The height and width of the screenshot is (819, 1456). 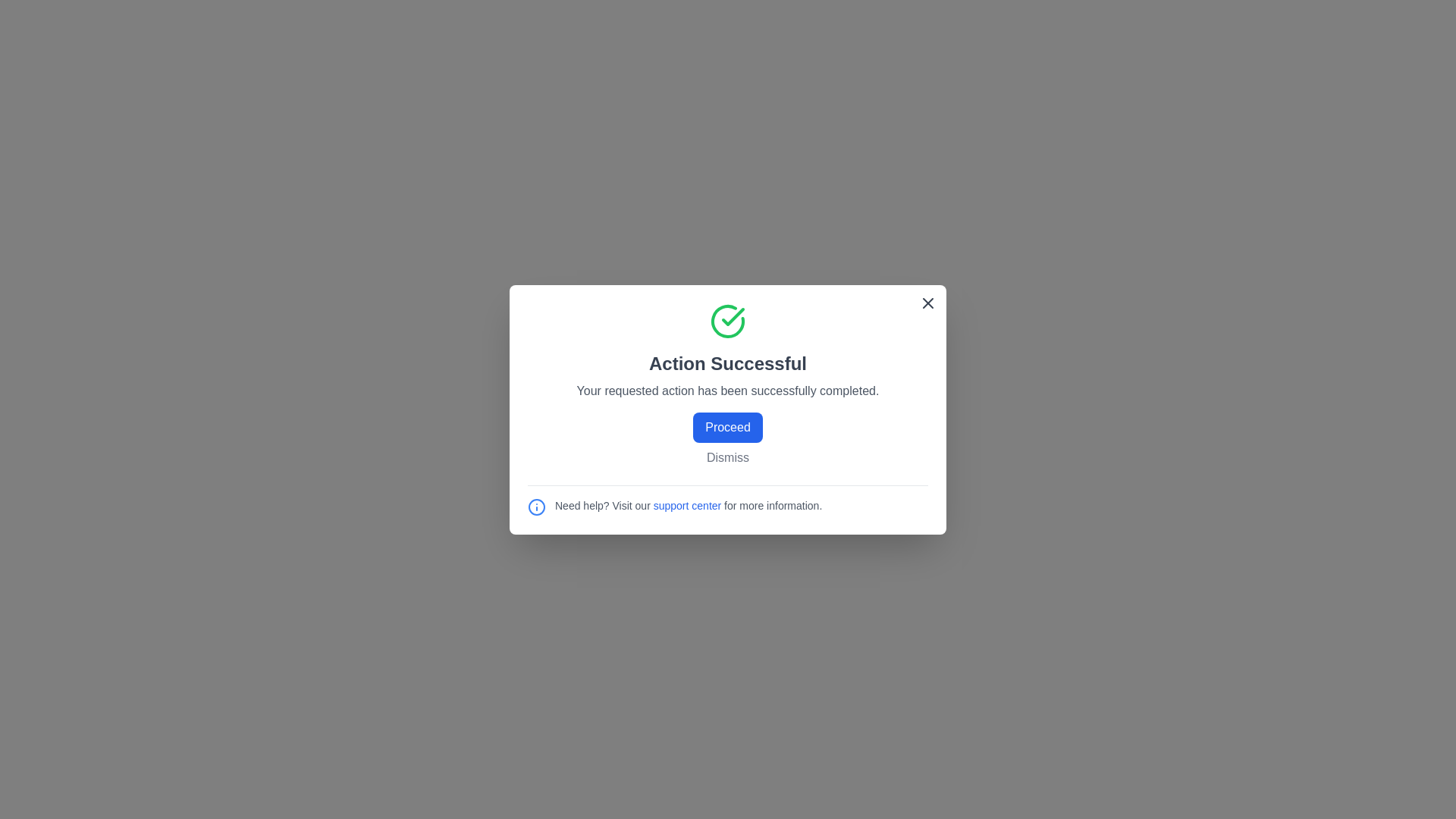 I want to click on the 'support center' hyperlink located at the lower part of the modal window, so click(x=688, y=505).